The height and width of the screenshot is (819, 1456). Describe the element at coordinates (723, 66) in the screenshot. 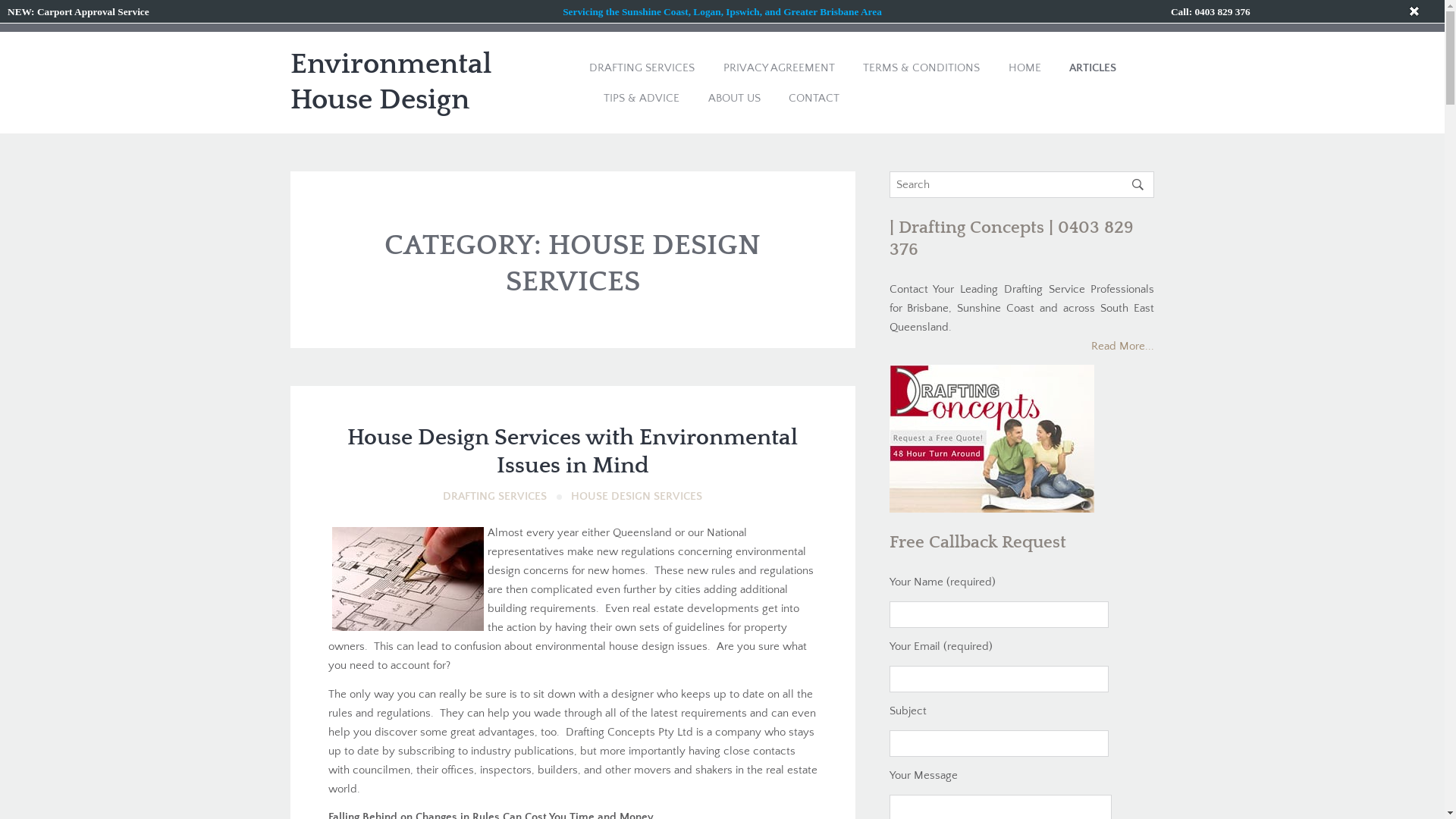

I see `'PRIVACY AGREEMENT'` at that location.